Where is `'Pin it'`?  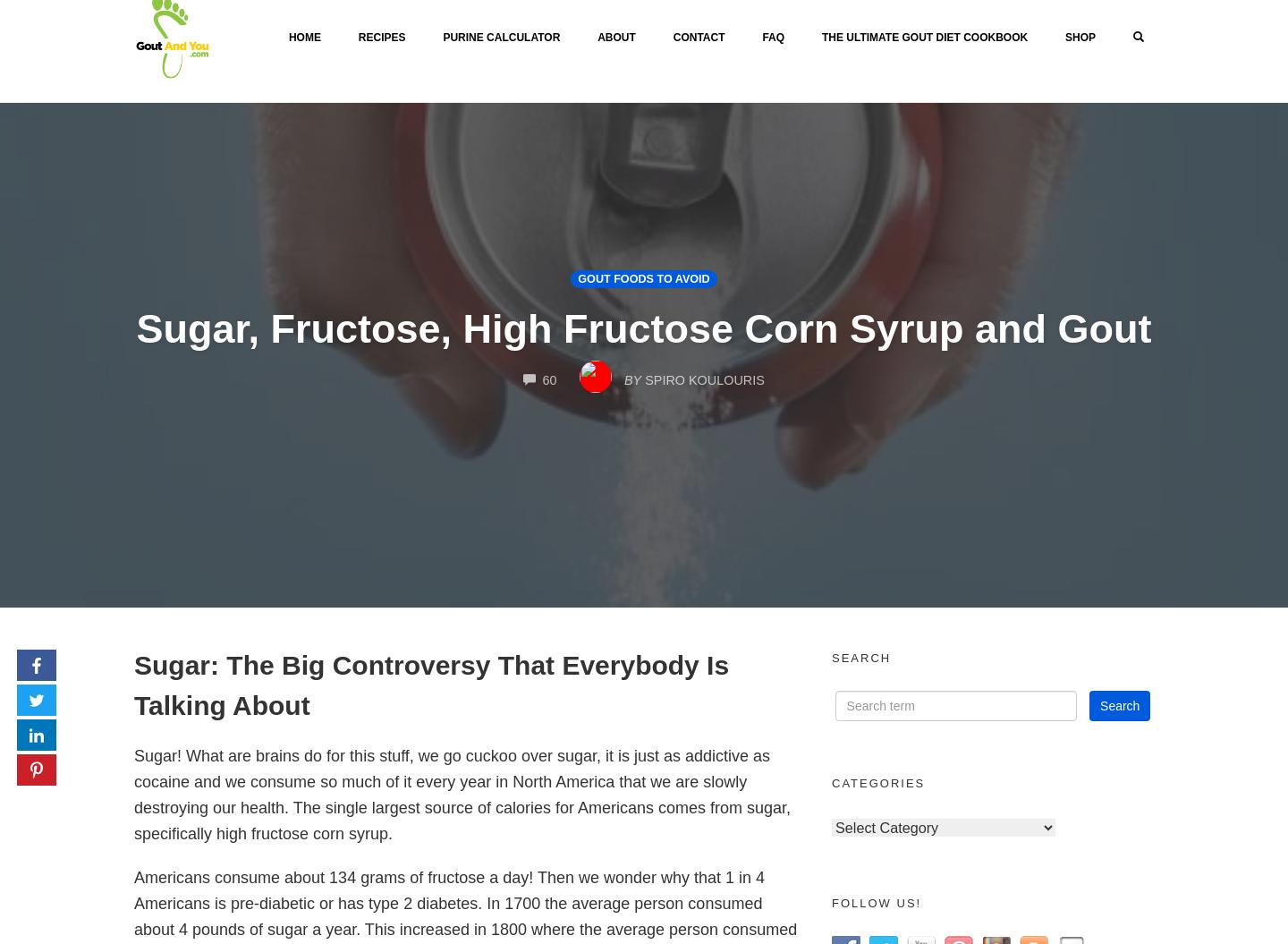 'Pin it' is located at coordinates (65, 785).